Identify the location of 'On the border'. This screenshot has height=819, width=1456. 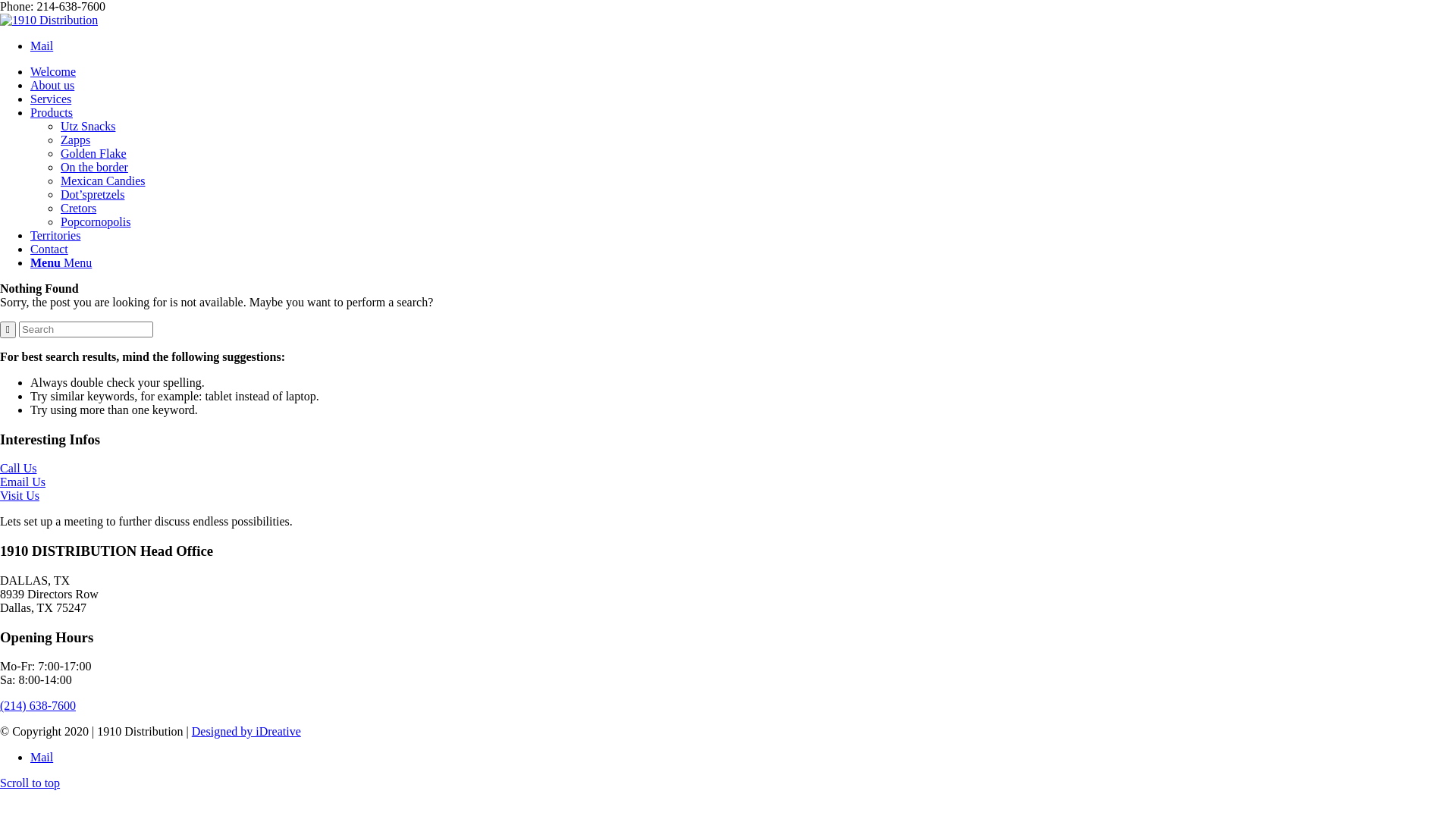
(93, 167).